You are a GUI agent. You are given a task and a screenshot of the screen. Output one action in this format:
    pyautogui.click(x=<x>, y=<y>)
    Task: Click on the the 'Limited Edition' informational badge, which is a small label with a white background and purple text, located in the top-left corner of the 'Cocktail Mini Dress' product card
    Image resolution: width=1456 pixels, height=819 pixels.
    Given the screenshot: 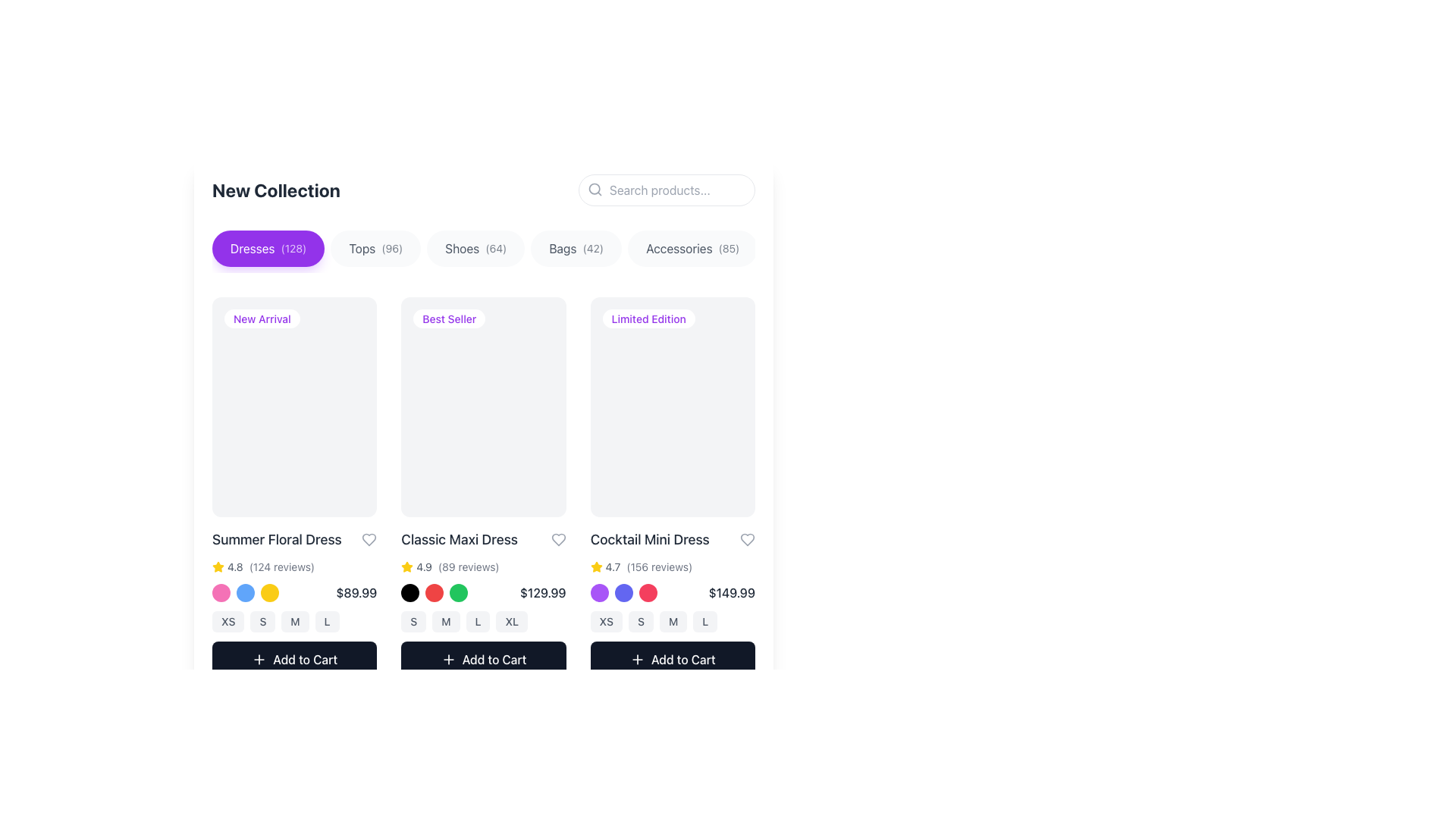 What is the action you would take?
    pyautogui.click(x=648, y=318)
    